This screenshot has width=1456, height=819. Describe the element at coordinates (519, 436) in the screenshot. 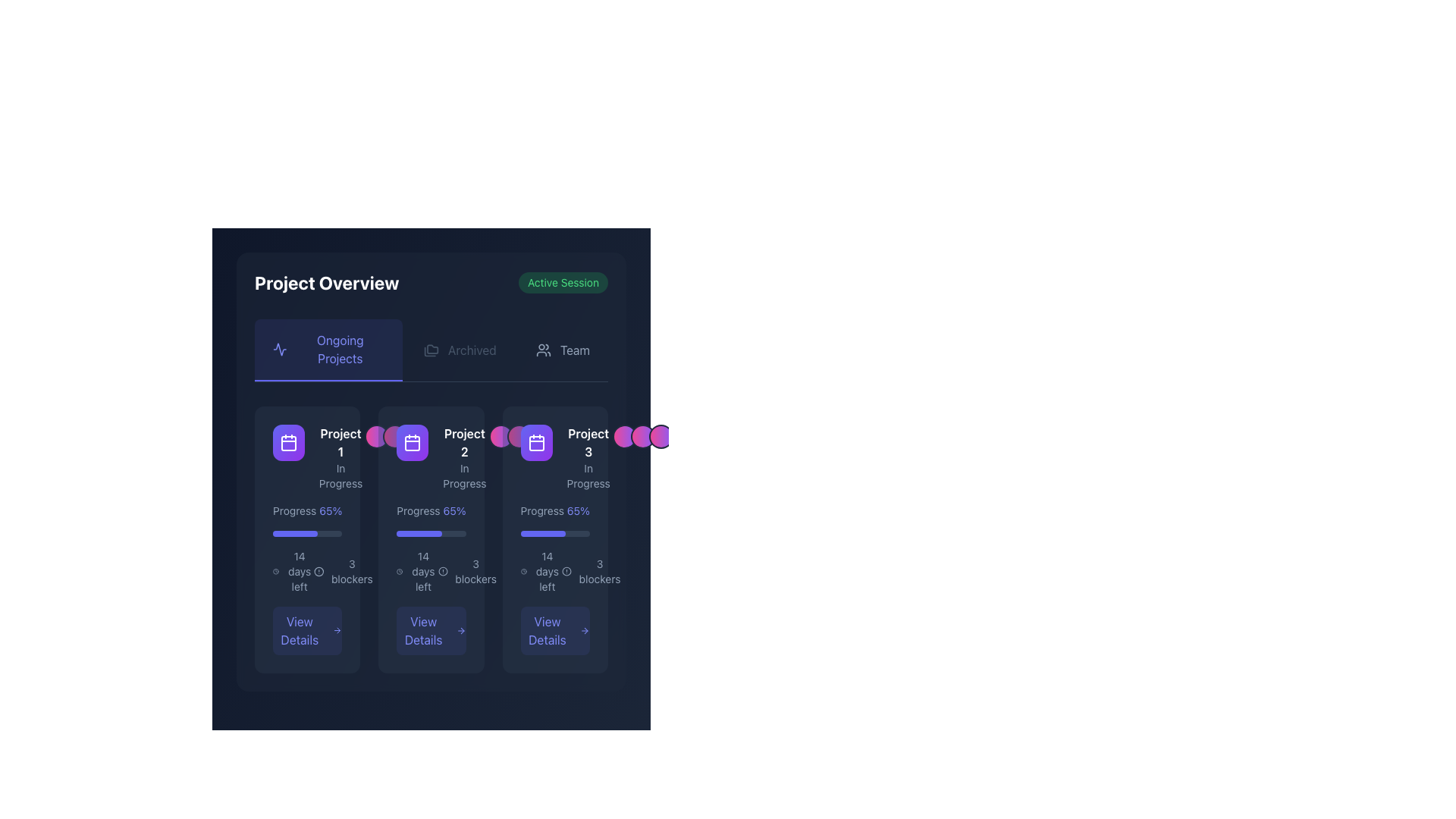

I see `the decorative graphical element consisting of three overlapping circular visuals with a gradient effect from pink to violet, located in the upper-right section of the 'Project 2' card, to the right of 'In Progress'` at that location.